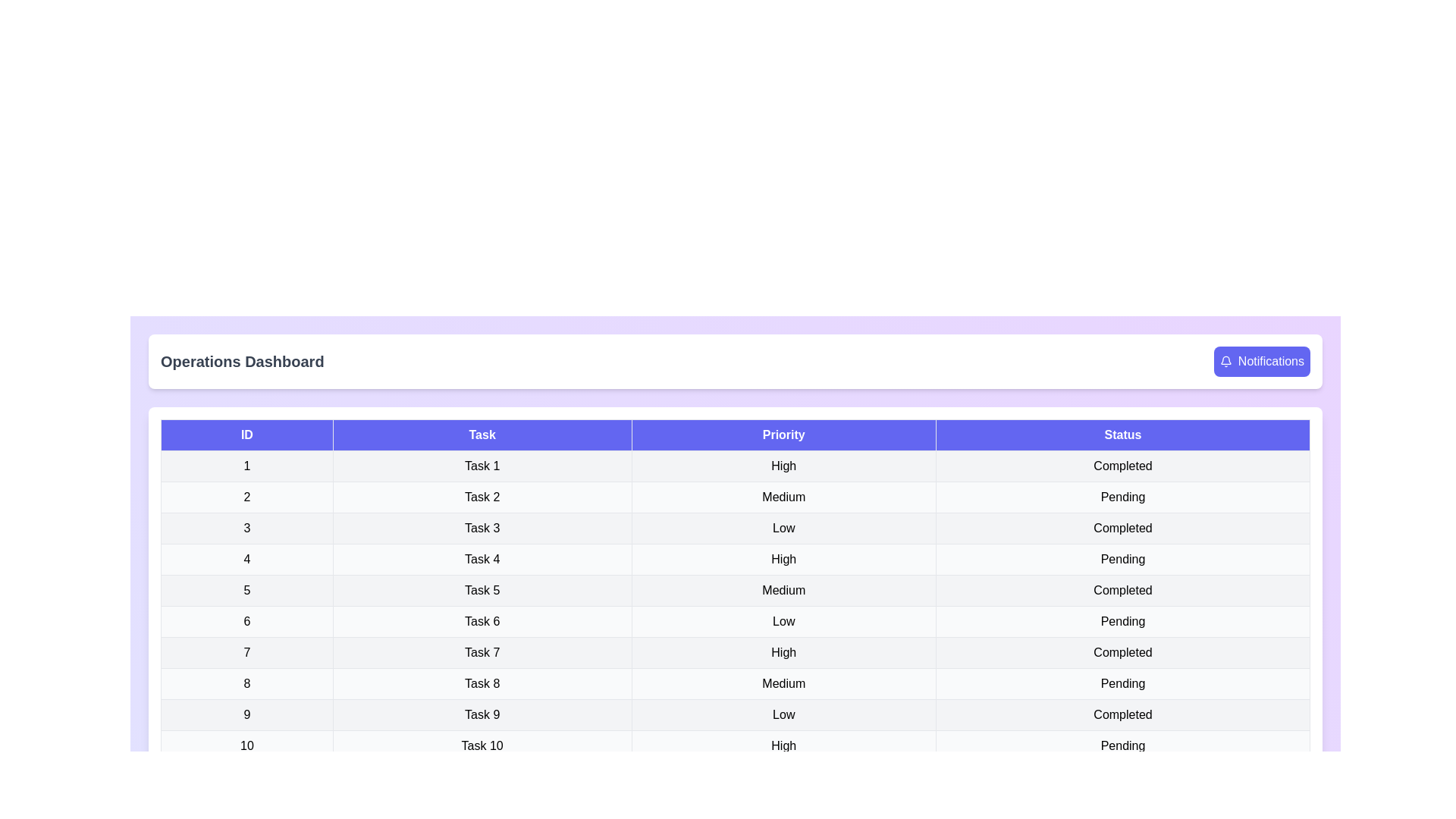 The height and width of the screenshot is (819, 1456). What do you see at coordinates (1262, 362) in the screenshot?
I see `the 'Notifications' button to view alerts` at bounding box center [1262, 362].